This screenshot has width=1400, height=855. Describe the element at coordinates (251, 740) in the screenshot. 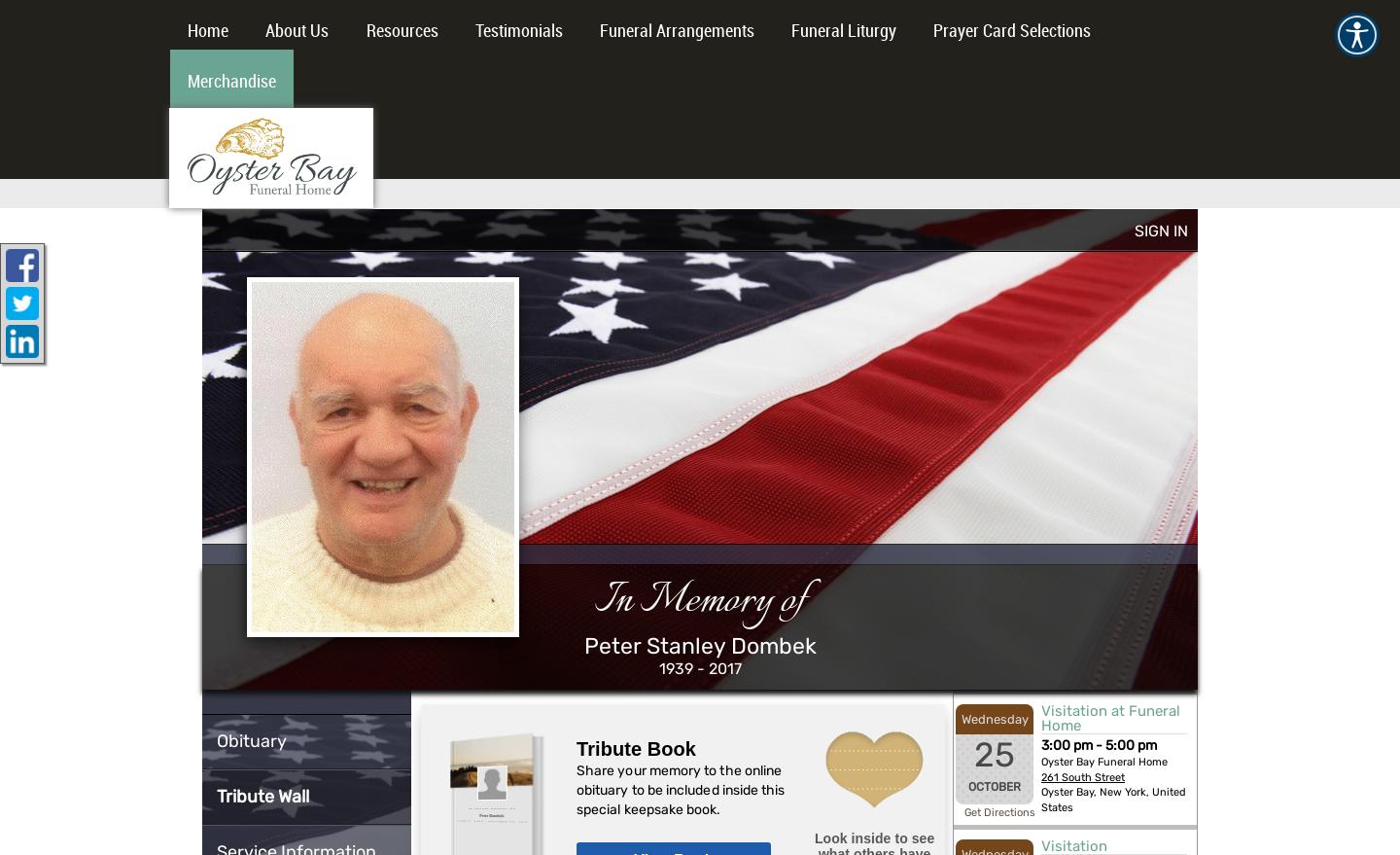

I see `'Obituary'` at that location.